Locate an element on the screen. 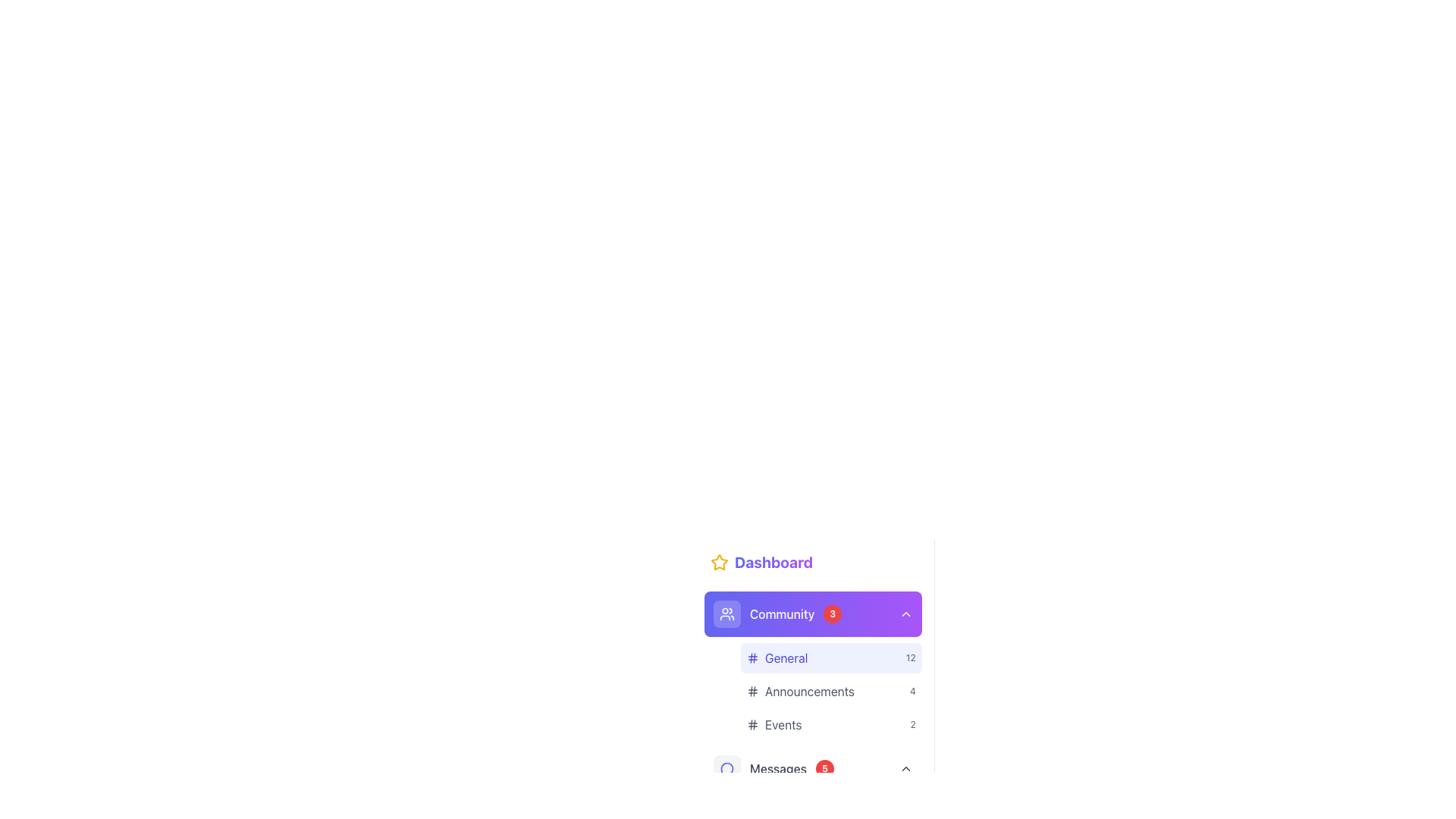 The width and height of the screenshot is (1456, 819). the 'Announcements' button, which is the second item in the 'Community' category list is located at coordinates (830, 691).